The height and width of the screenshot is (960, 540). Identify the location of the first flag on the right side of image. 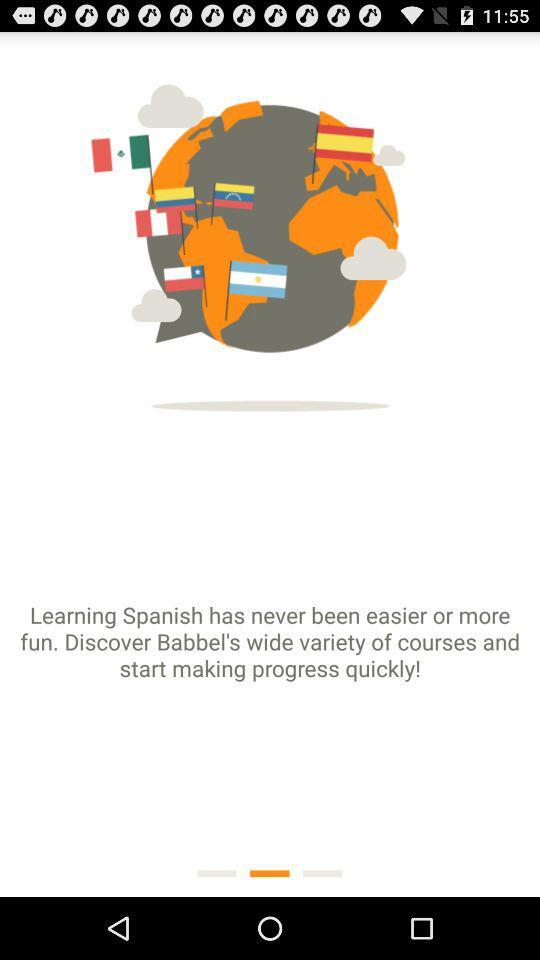
(312, 150).